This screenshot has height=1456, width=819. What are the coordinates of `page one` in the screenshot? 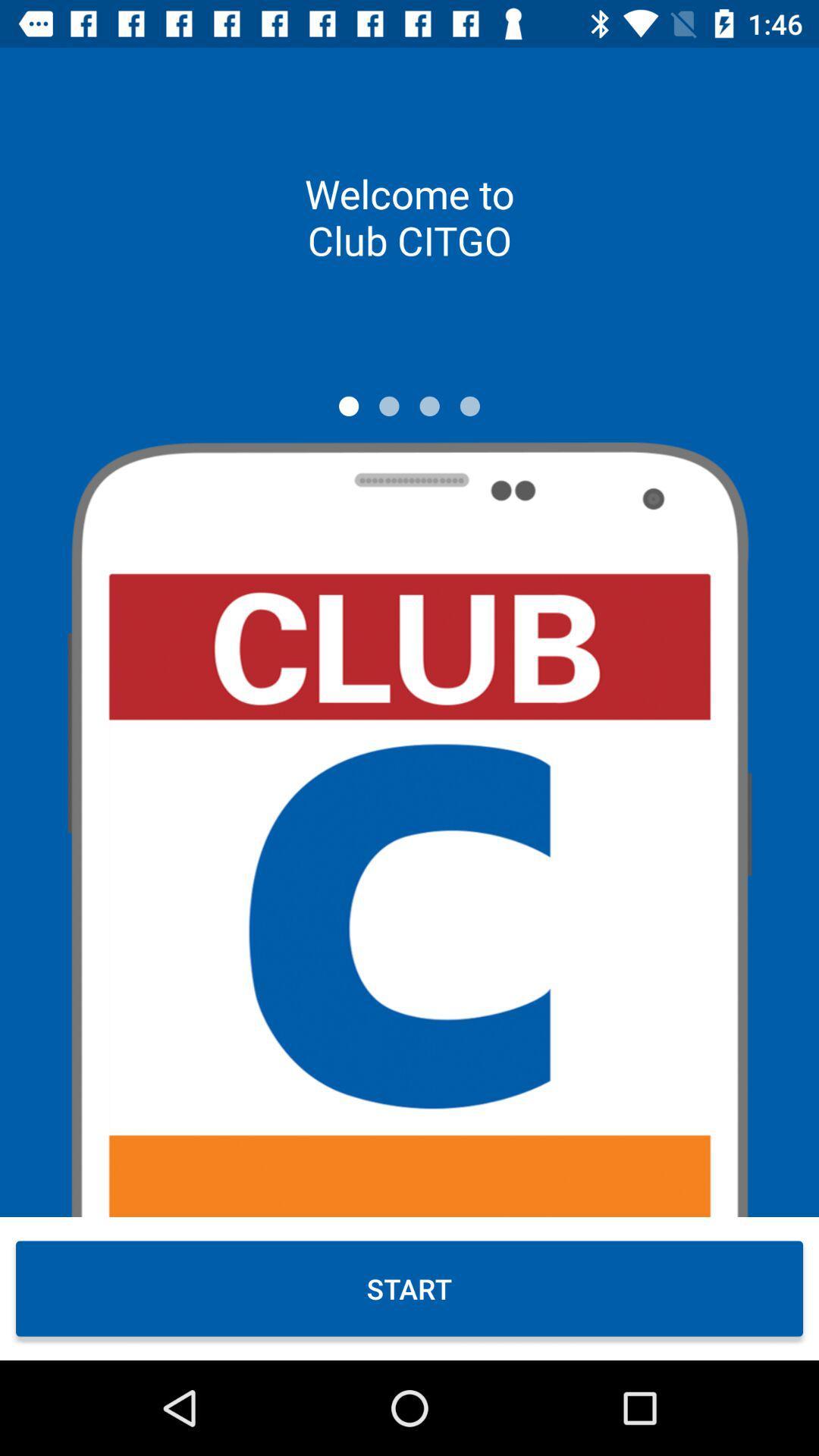 It's located at (349, 406).